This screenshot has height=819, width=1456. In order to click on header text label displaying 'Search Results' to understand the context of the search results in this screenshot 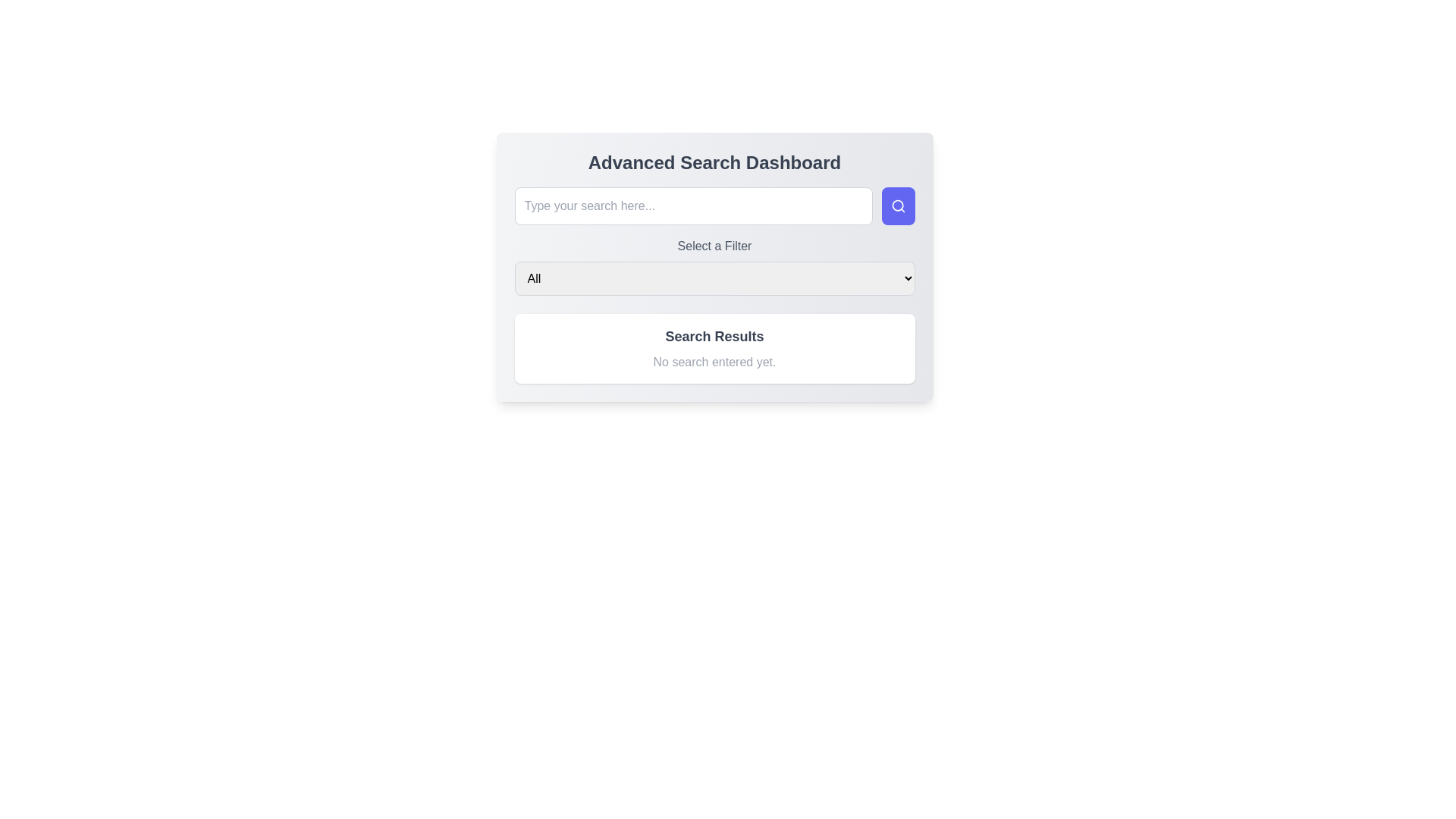, I will do `click(714, 335)`.